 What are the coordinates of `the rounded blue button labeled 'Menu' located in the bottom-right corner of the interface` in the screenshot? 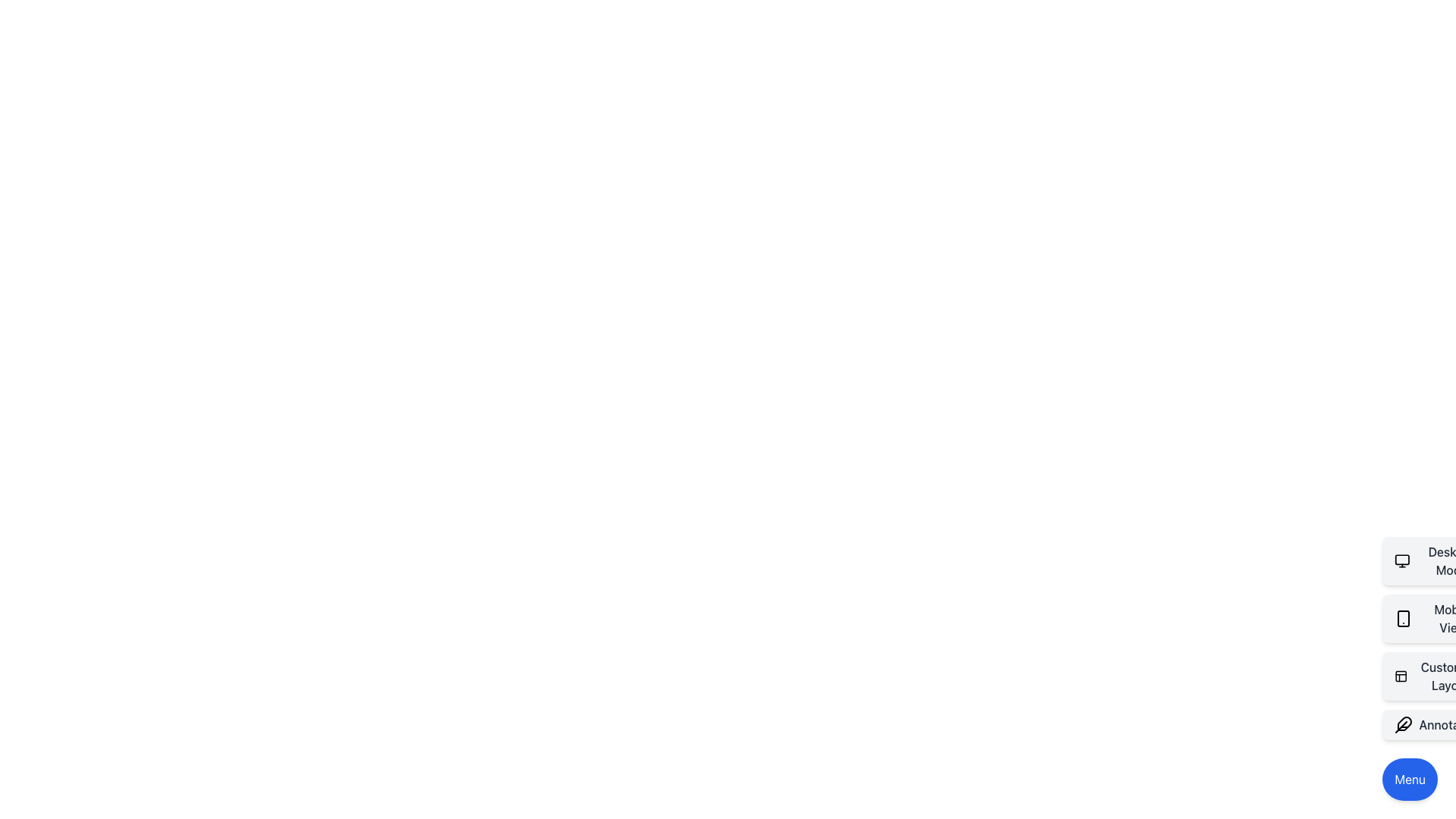 It's located at (1409, 780).